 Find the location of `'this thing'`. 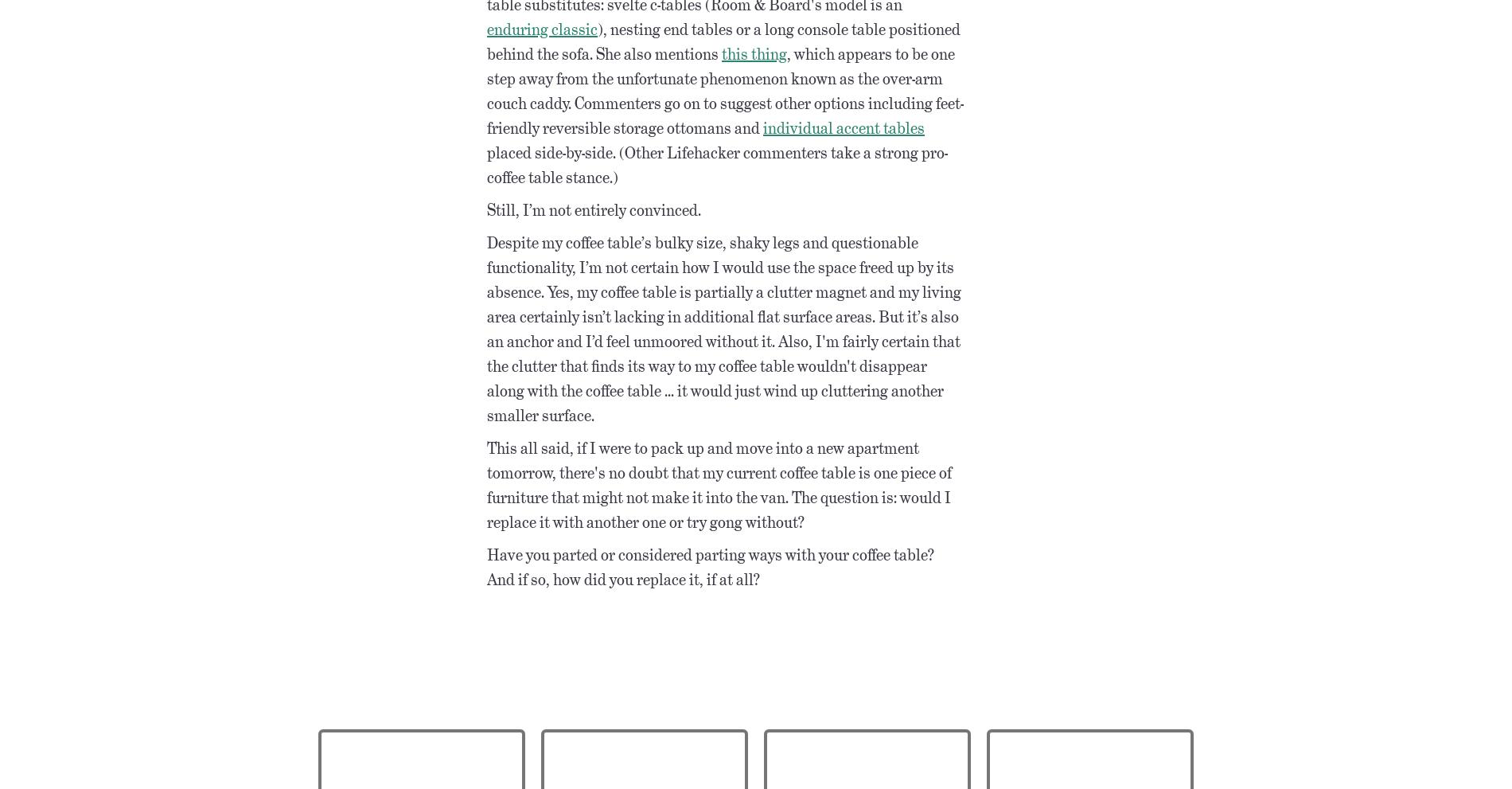

'this thing' is located at coordinates (753, 53).